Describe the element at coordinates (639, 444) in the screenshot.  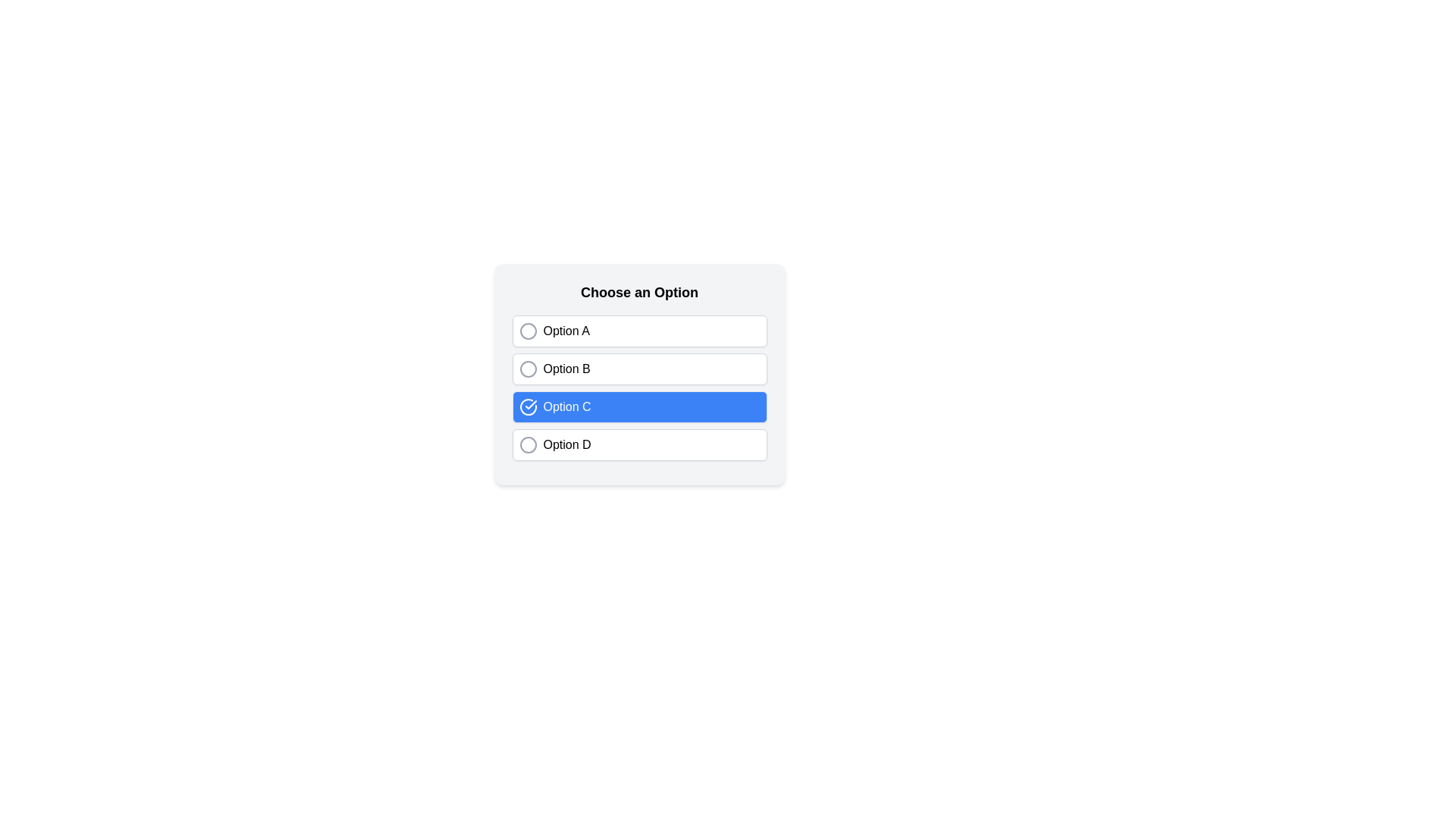
I see `the selectable option labeled 'Option D', which is the last option in a vertical list of four options` at that location.